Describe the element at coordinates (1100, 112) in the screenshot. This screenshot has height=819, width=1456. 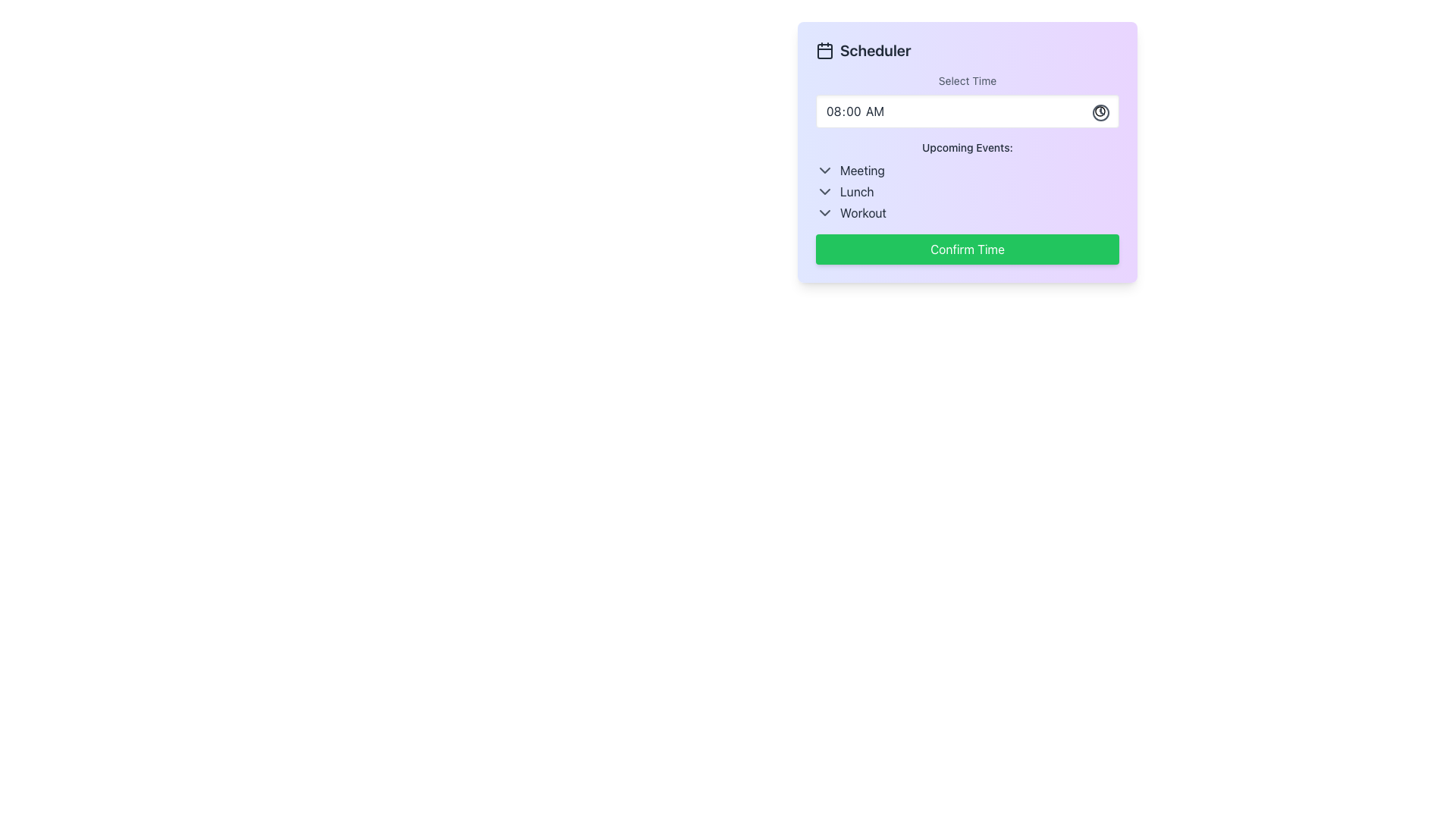
I see `the clock icon represented by the circular element in the top-right area of the time selection input box` at that location.